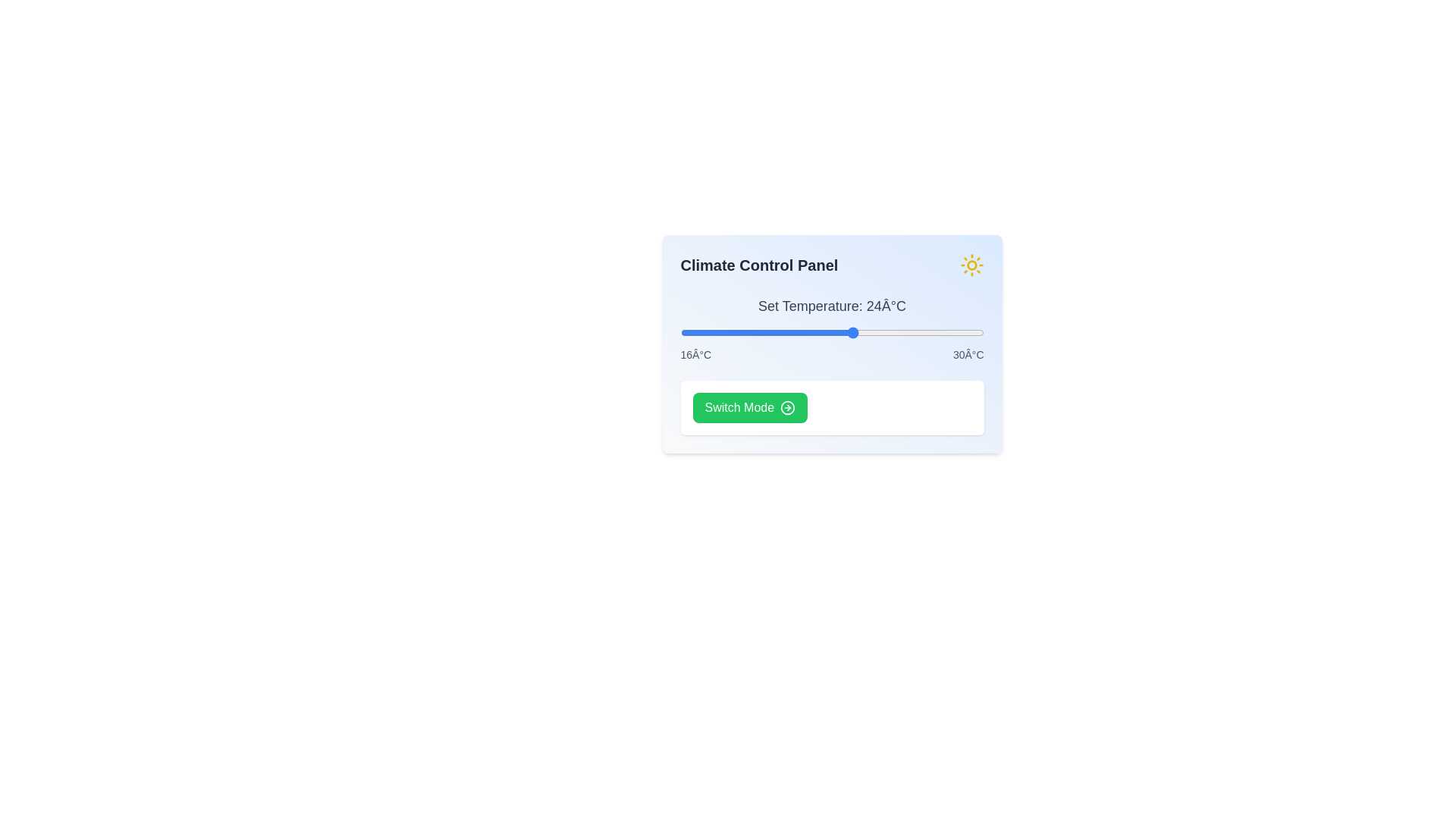 This screenshot has width=1456, height=819. I want to click on the temperature, so click(897, 332).